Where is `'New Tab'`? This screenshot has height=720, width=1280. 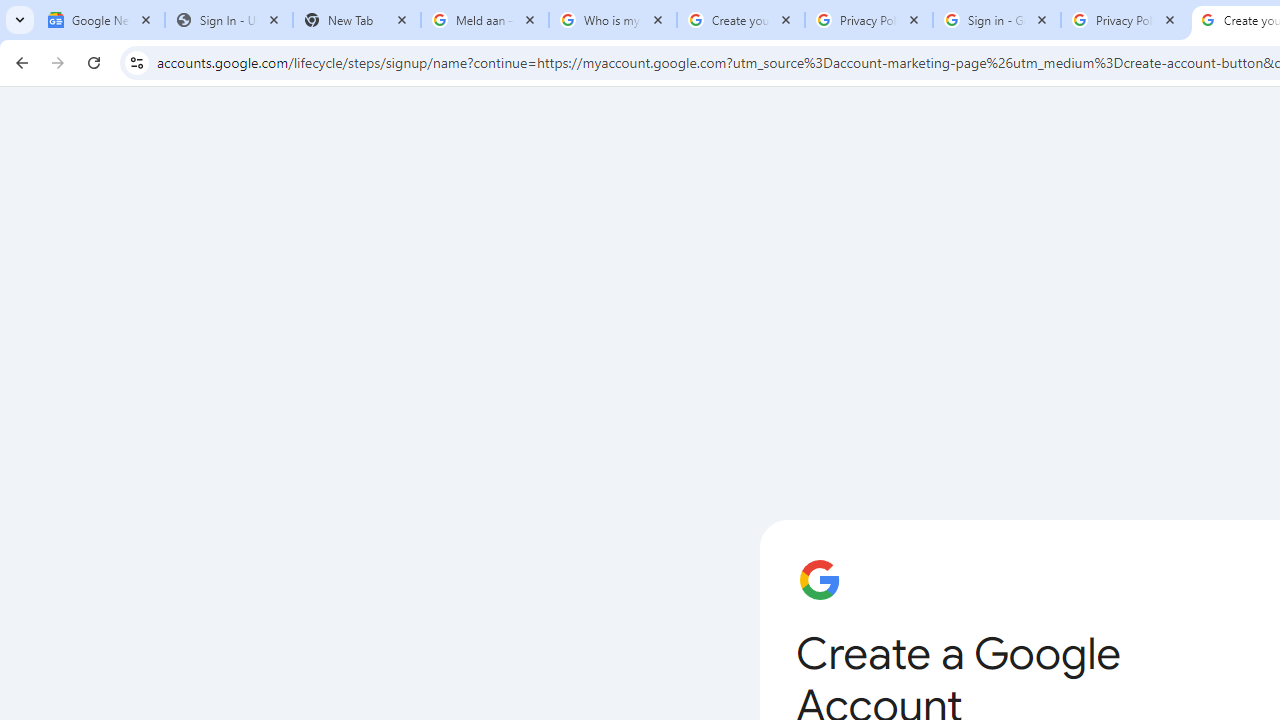 'New Tab' is located at coordinates (357, 20).